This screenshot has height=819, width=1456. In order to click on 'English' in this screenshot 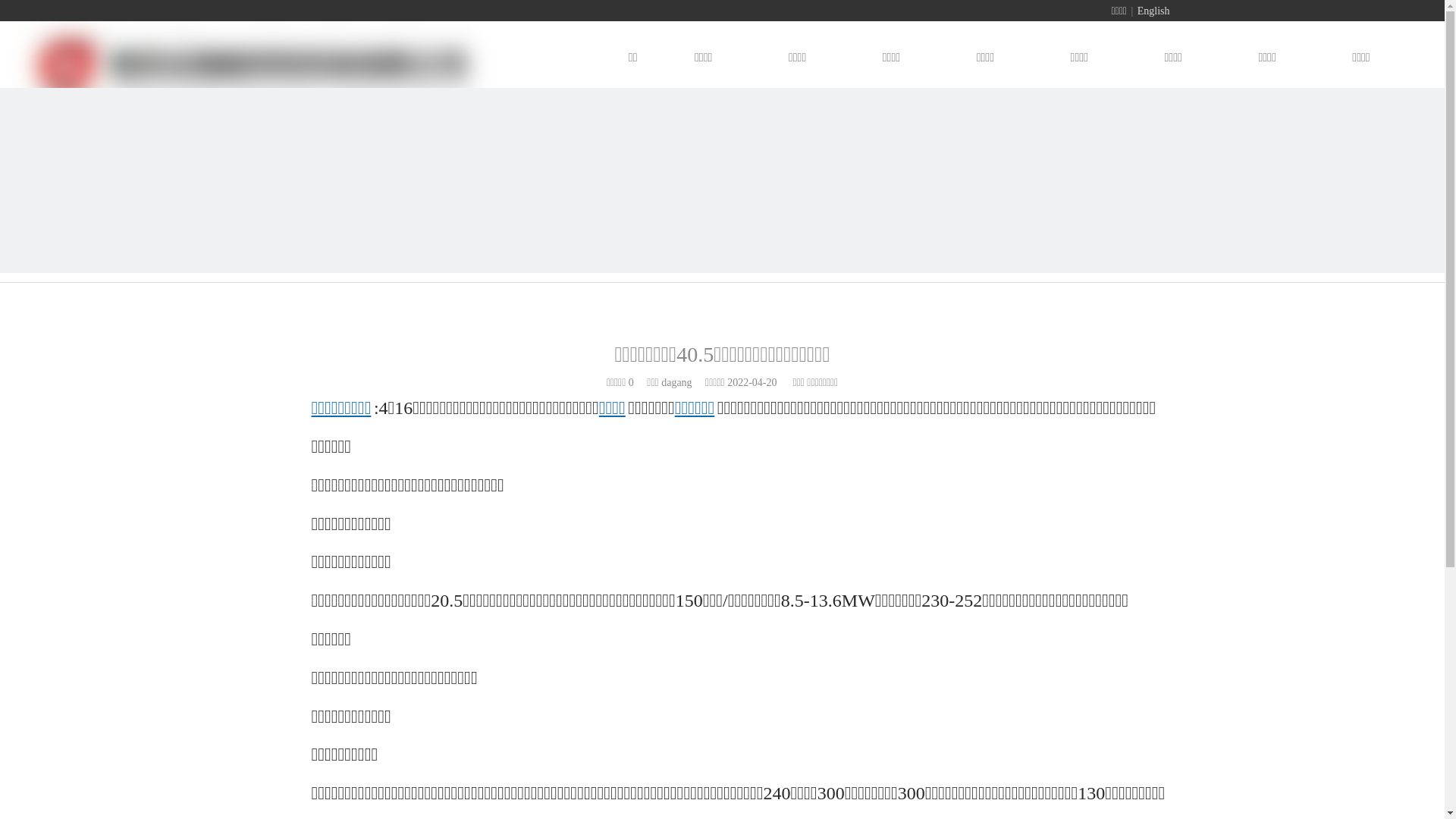, I will do `click(1153, 11)`.